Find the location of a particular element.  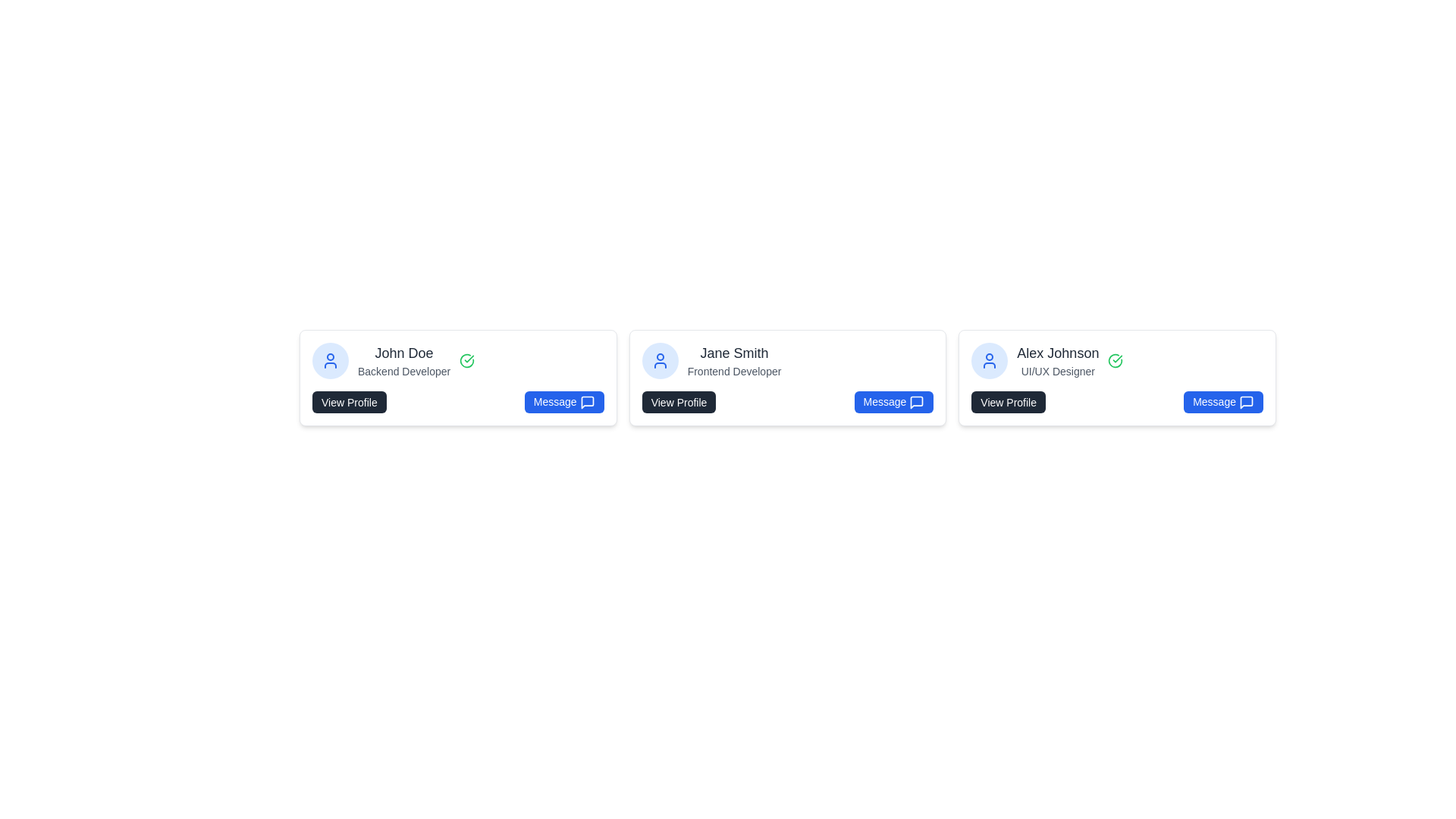

the button that allows the user is located at coordinates (678, 401).